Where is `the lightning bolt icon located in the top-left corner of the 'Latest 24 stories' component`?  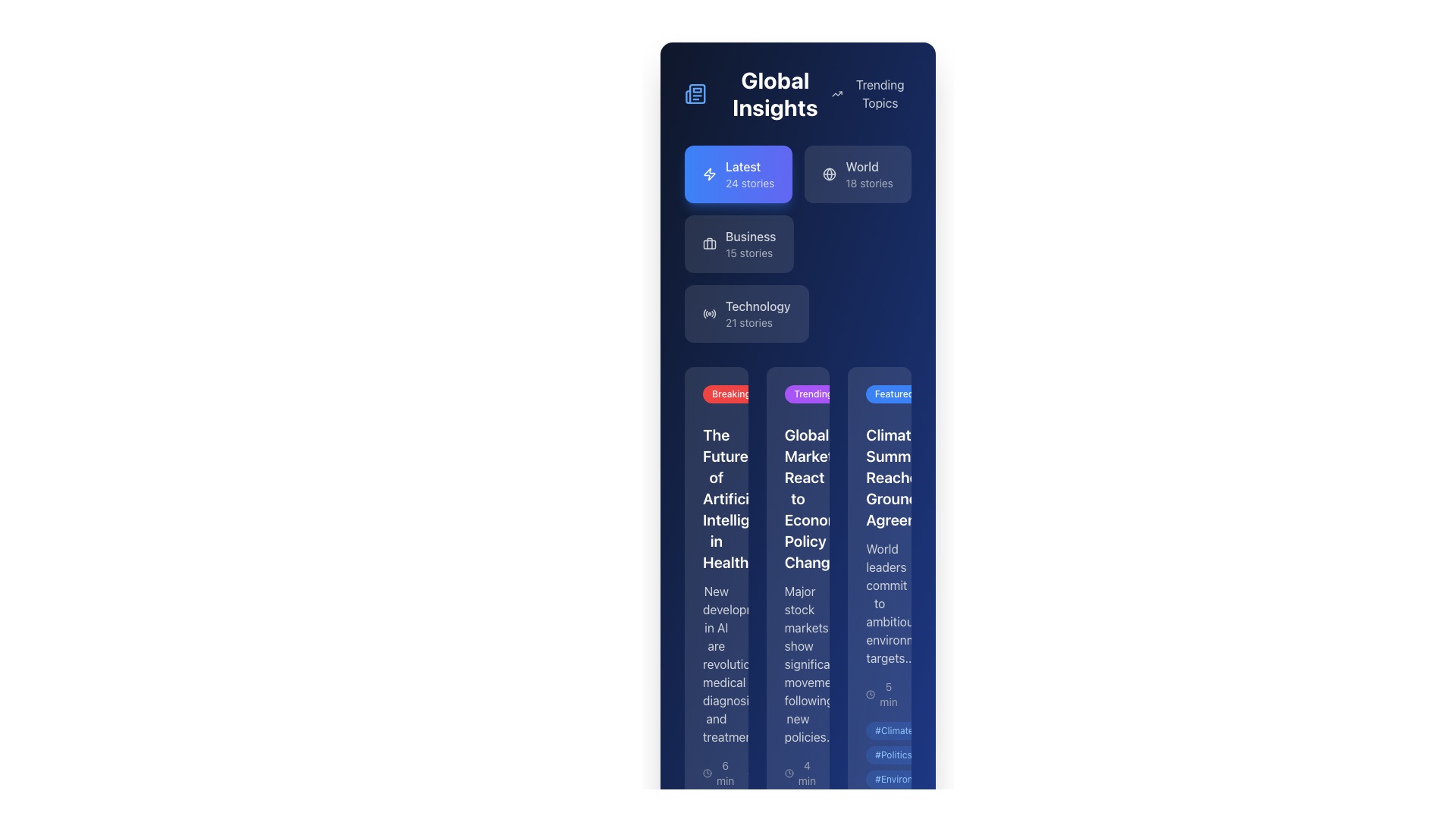 the lightning bolt icon located in the top-left corner of the 'Latest 24 stories' component is located at coordinates (709, 174).